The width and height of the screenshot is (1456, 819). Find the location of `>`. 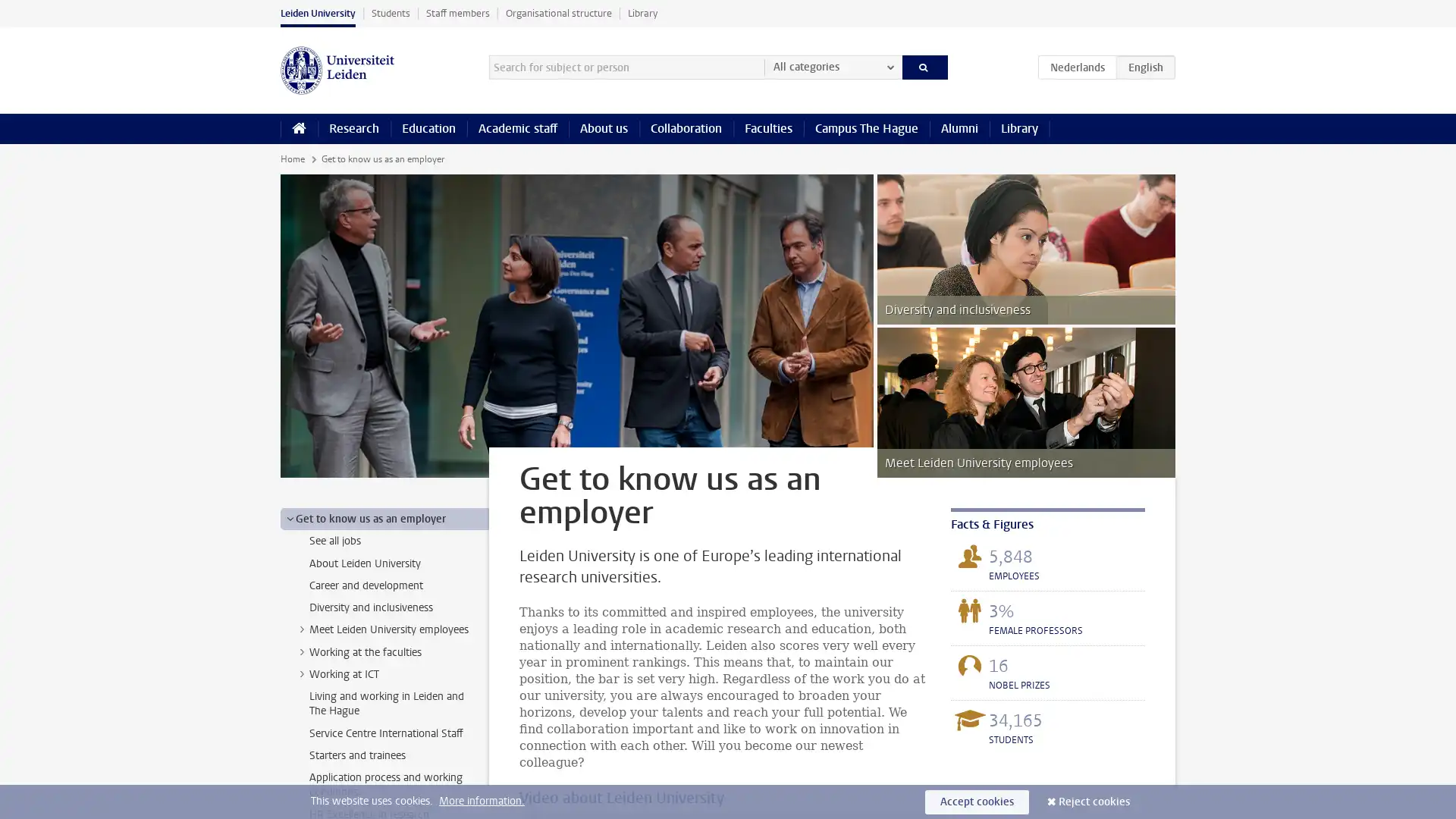

> is located at coordinates (302, 672).